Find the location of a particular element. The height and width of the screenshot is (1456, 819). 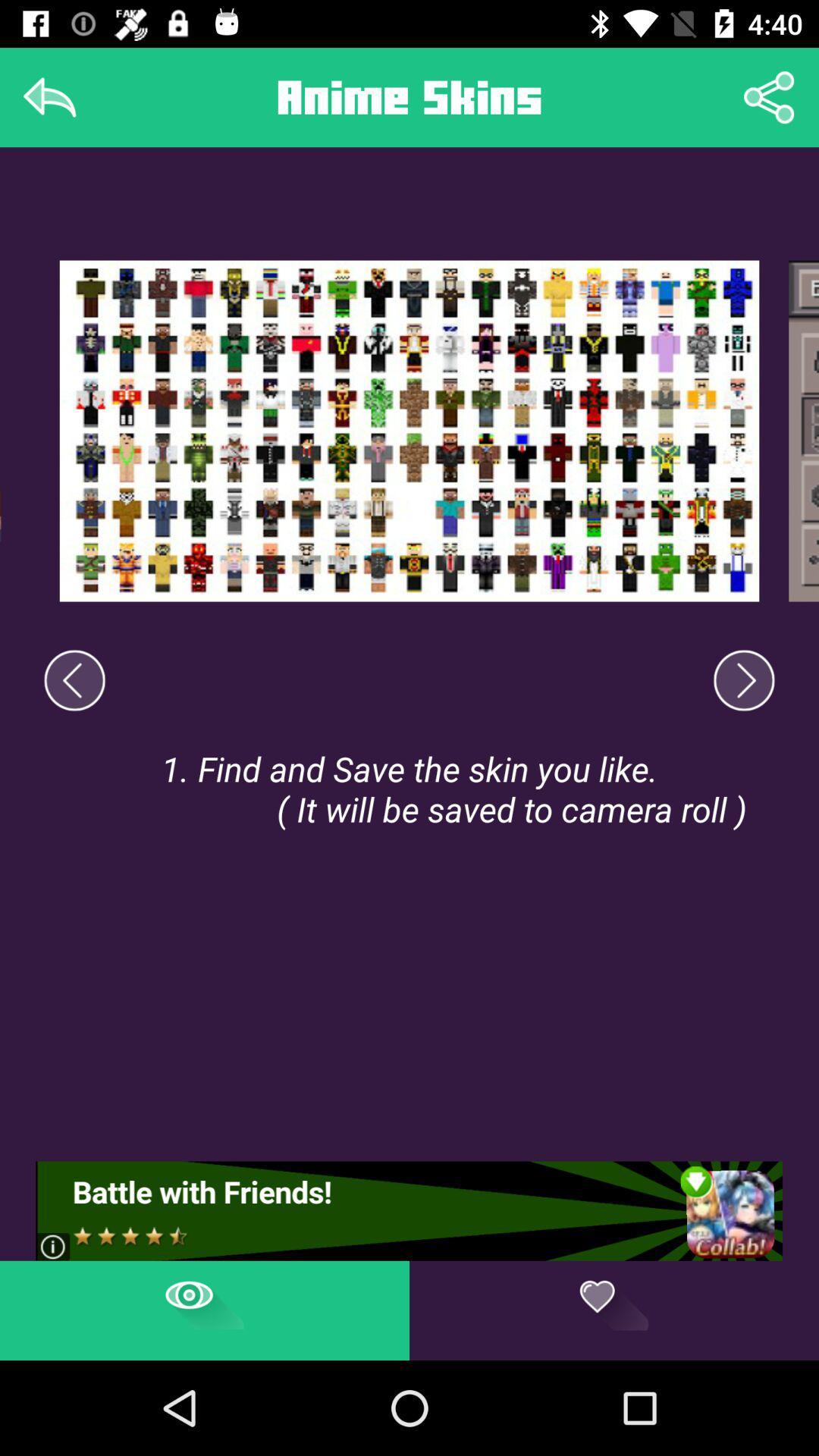

the reply icon is located at coordinates (49, 96).